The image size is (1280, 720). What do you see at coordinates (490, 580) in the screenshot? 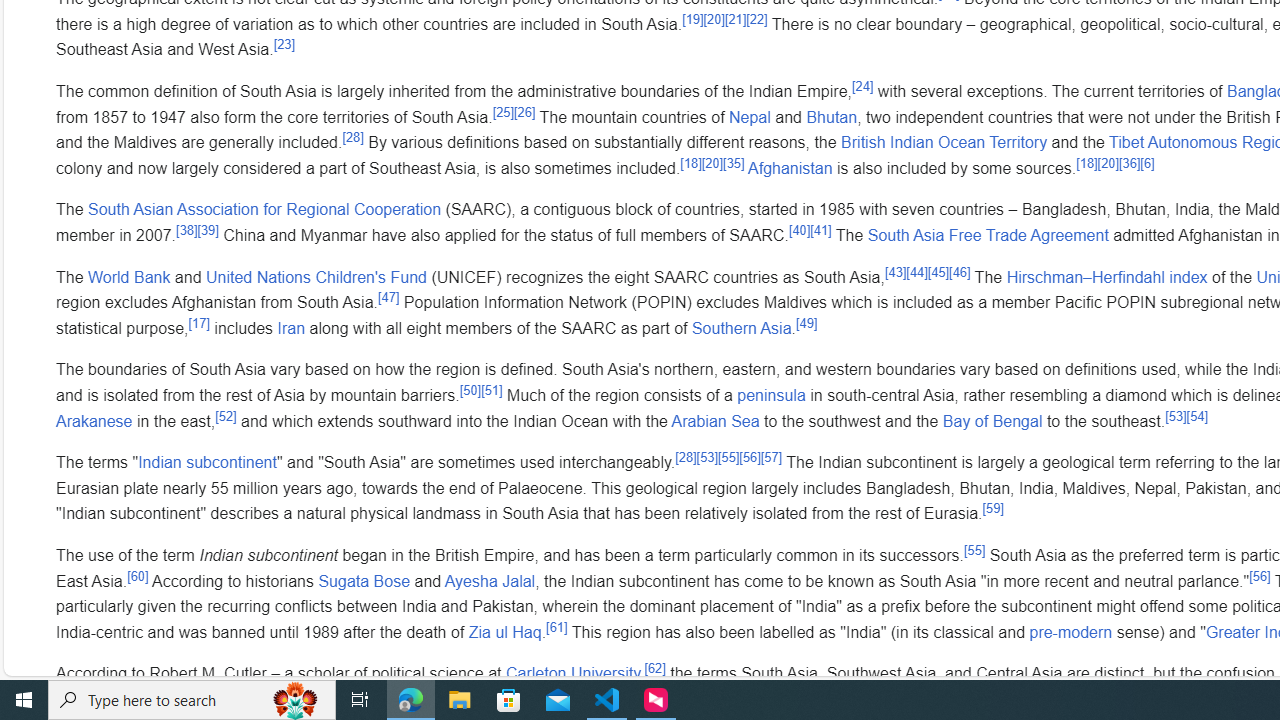
I see `'Ayesha Jalal'` at bounding box center [490, 580].